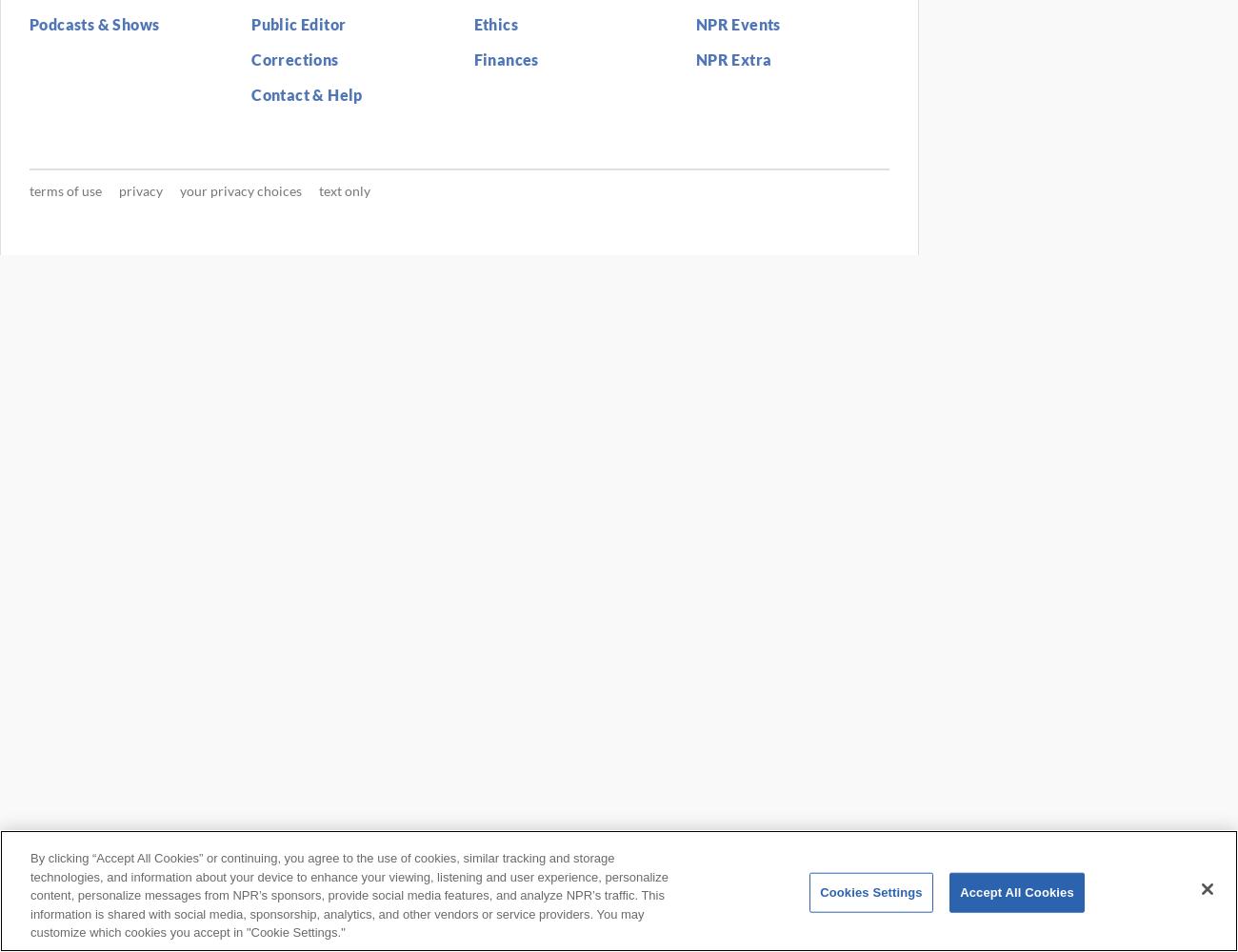  What do you see at coordinates (298, 23) in the screenshot?
I see `'Public Editor'` at bounding box center [298, 23].